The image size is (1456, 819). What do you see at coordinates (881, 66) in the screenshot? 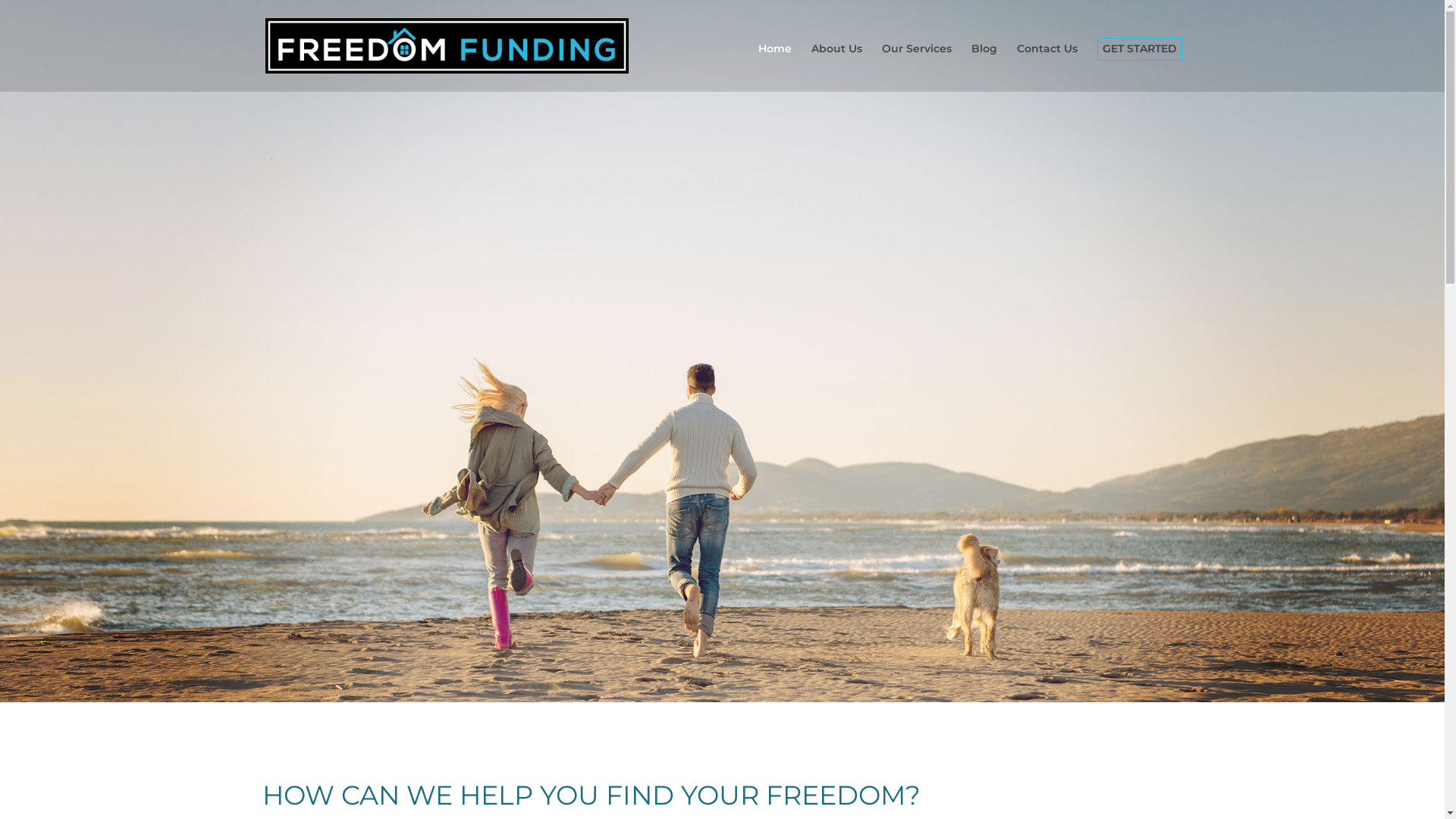
I see `'Our Services'` at bounding box center [881, 66].